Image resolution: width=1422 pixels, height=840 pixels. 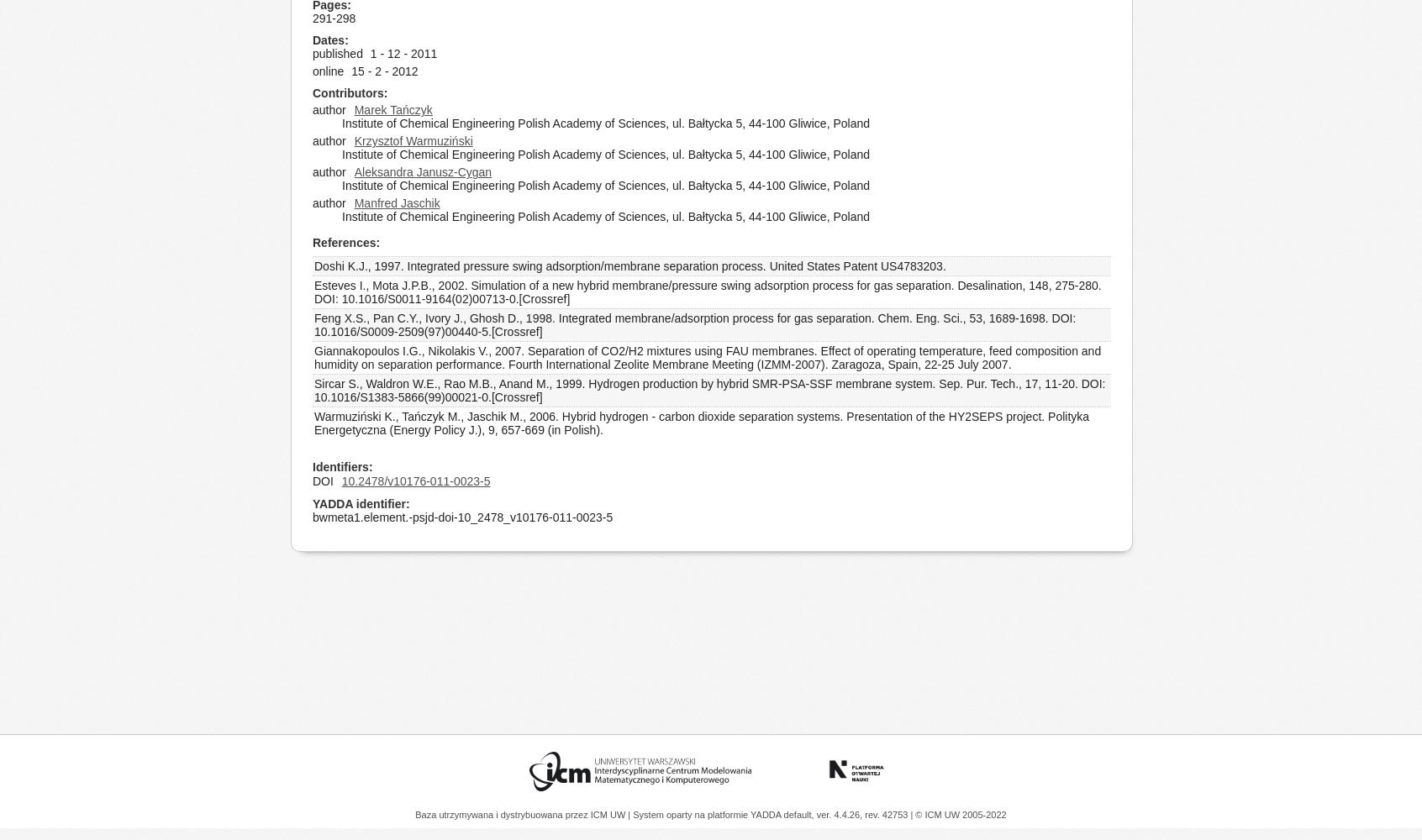 What do you see at coordinates (383, 71) in the screenshot?
I see `'15 - 2 - 2012'` at bounding box center [383, 71].